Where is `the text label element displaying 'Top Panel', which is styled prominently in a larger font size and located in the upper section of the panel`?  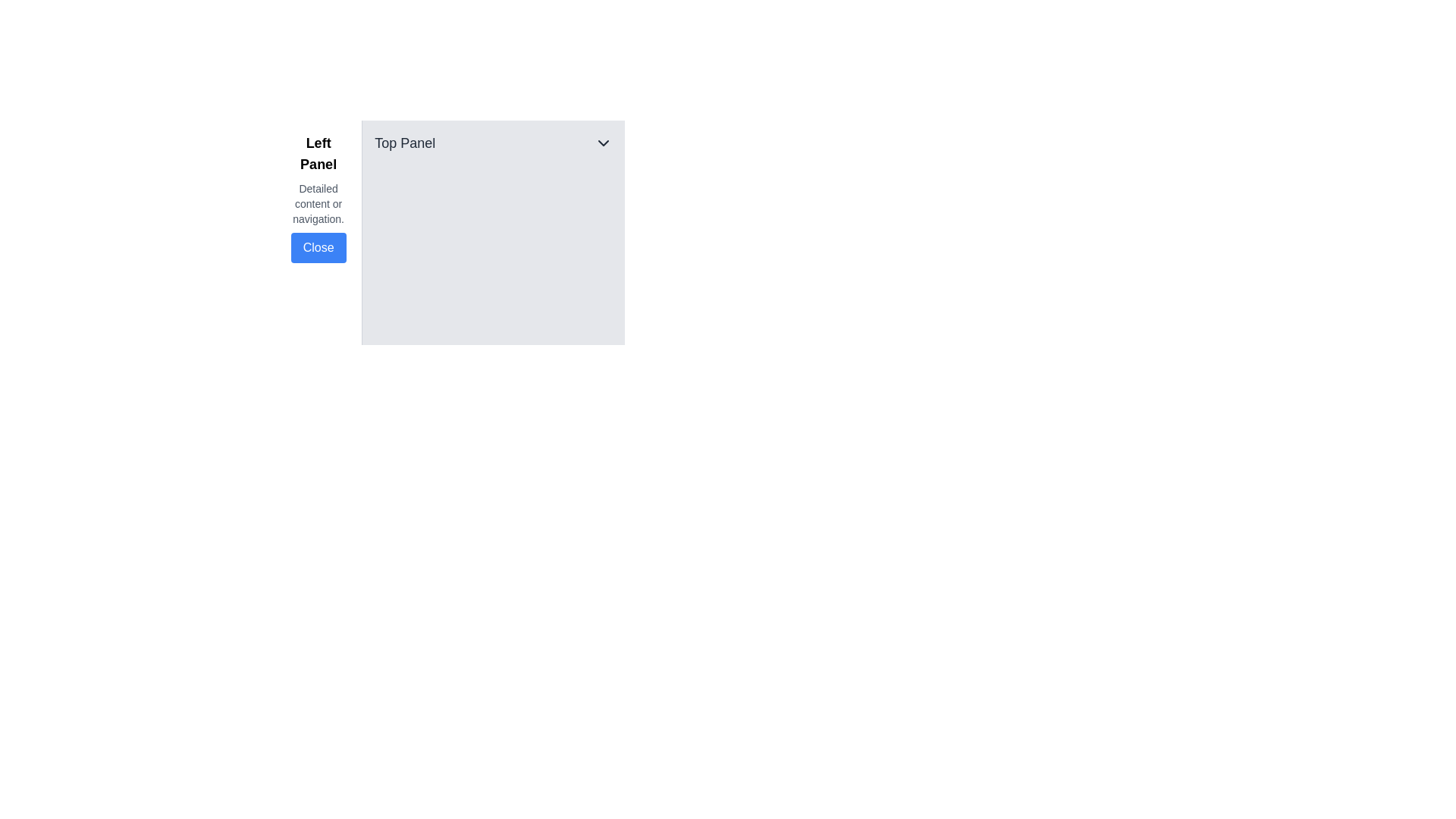
the text label element displaying 'Top Panel', which is styled prominently in a larger font size and located in the upper section of the panel is located at coordinates (405, 143).